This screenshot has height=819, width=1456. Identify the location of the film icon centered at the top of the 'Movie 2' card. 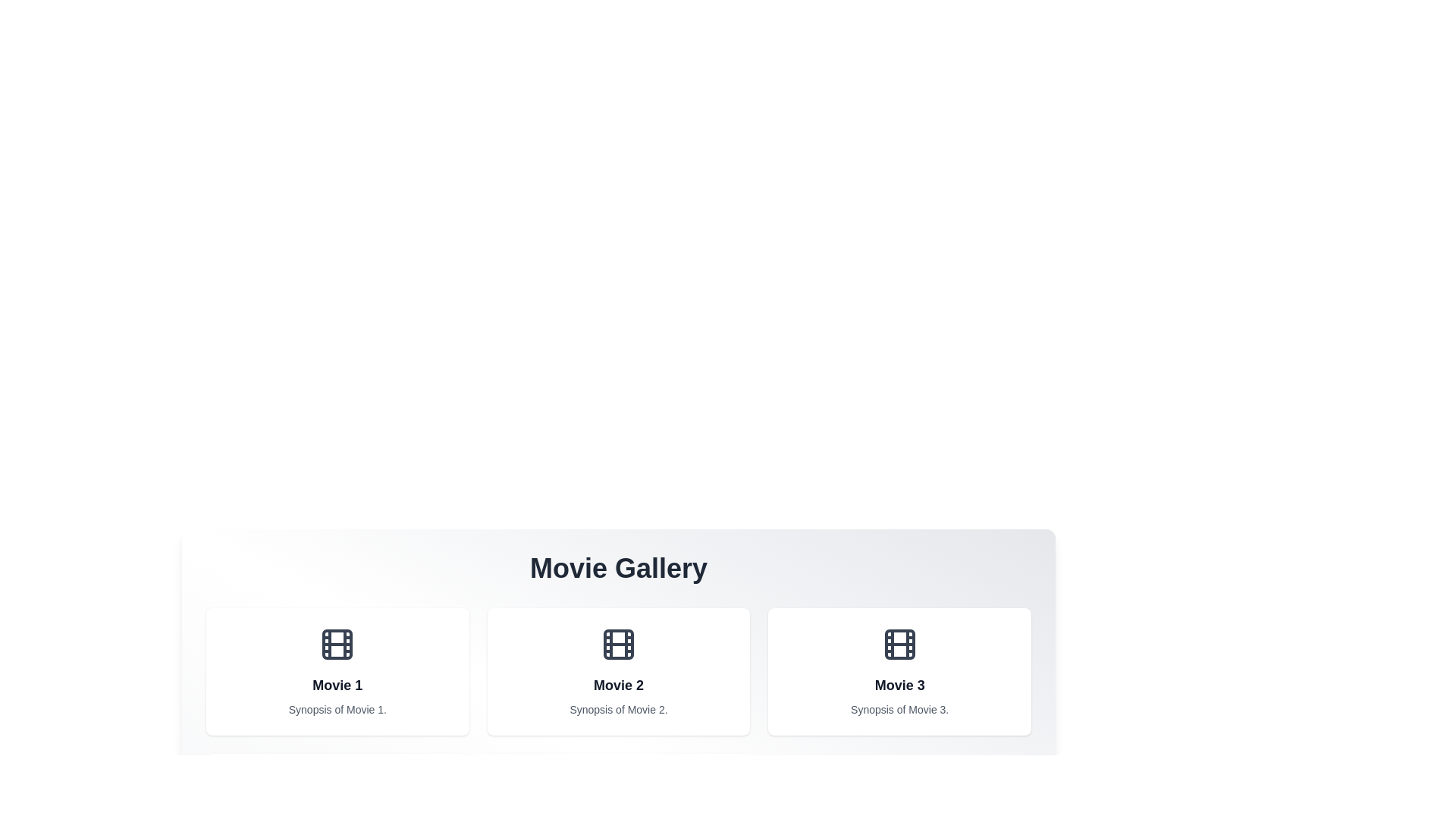
(619, 644).